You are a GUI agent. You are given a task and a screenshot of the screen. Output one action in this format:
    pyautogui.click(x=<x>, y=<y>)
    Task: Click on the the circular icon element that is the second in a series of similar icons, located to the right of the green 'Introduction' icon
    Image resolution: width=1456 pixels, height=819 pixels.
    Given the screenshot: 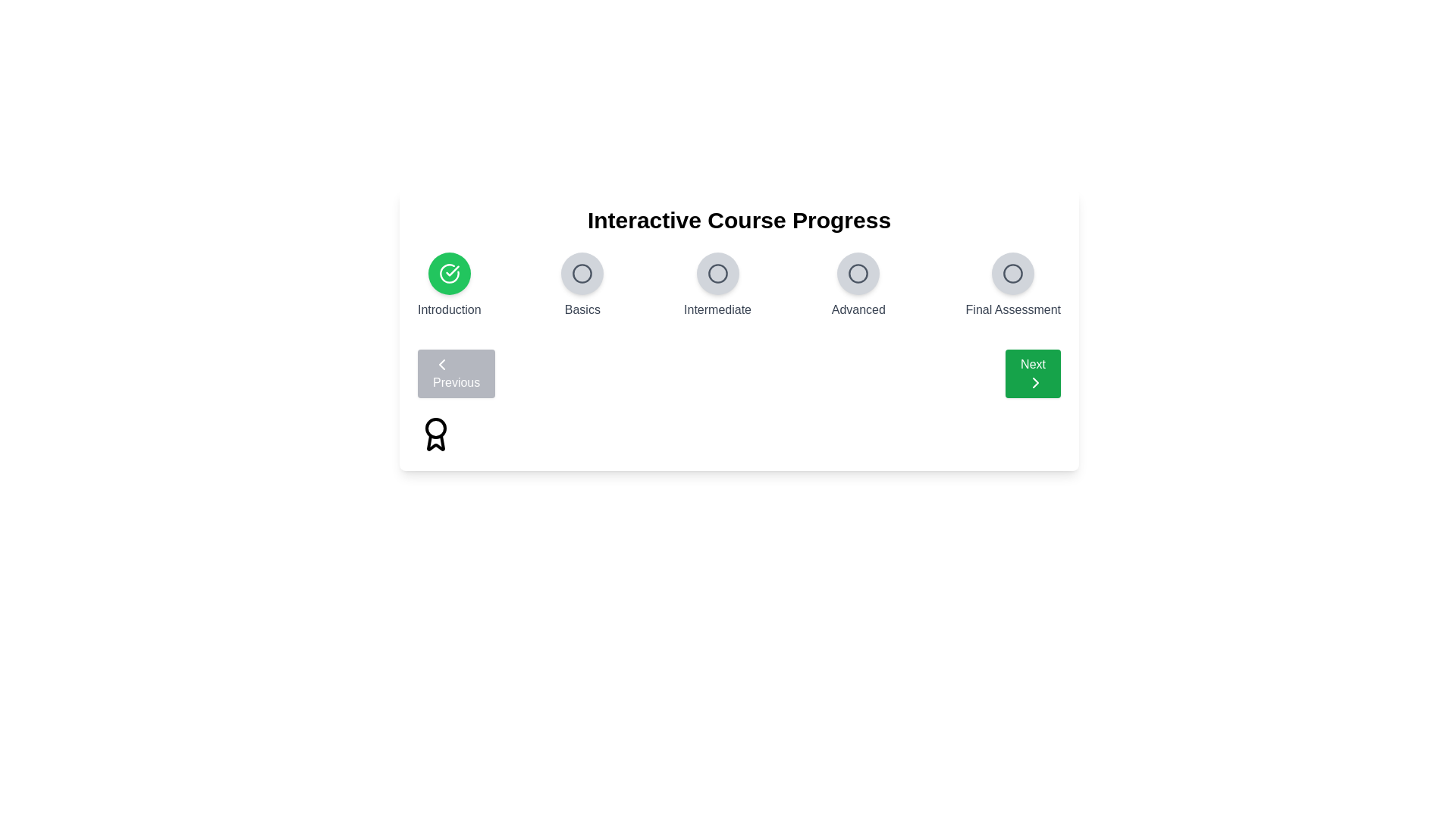 What is the action you would take?
    pyautogui.click(x=582, y=274)
    